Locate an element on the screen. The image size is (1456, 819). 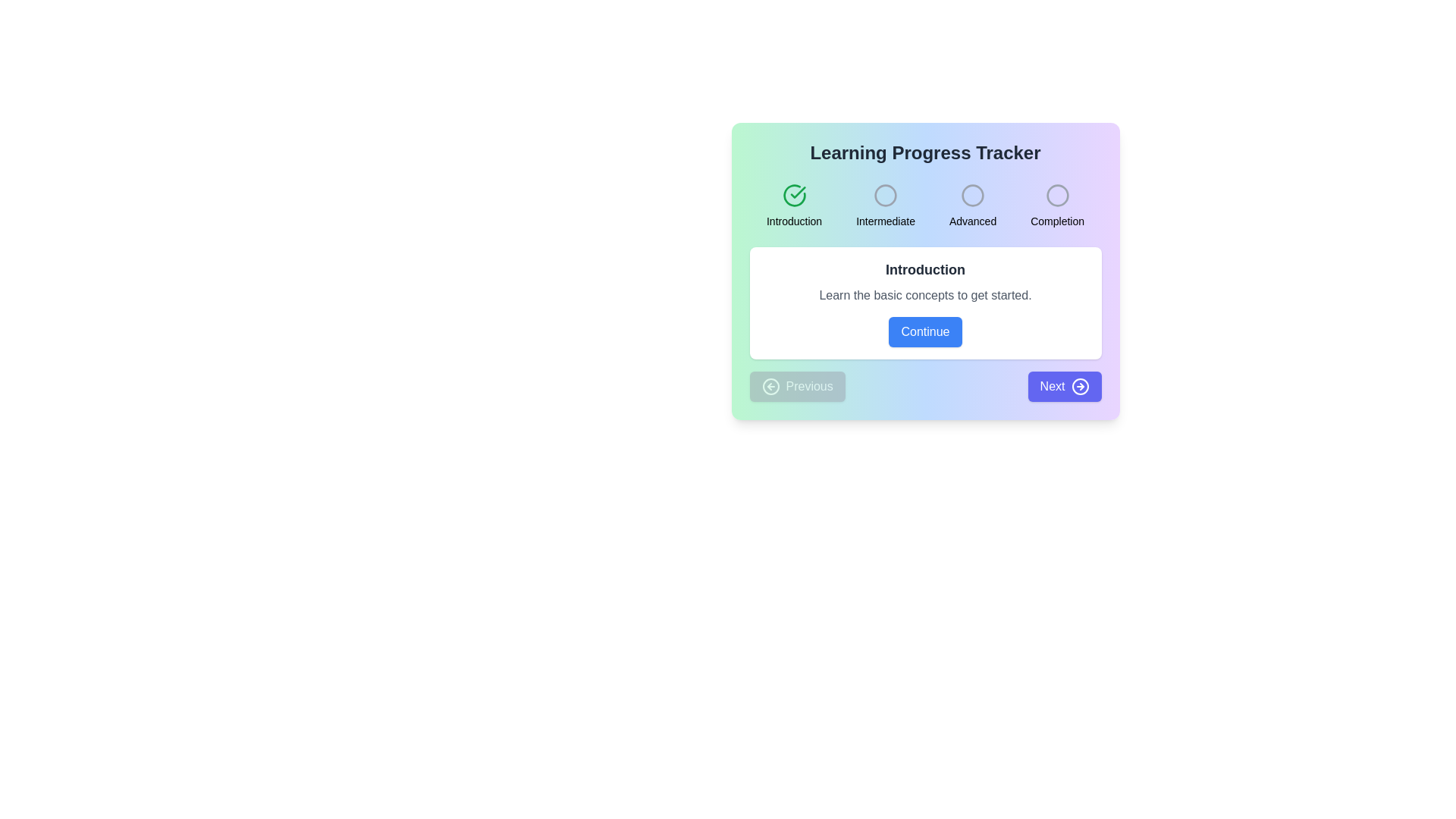
the graphical indicator labeled 'Introduction', which features a green checkmark icon and is positioned at the upper-left of a grouped interface, to read the label and identify the stage is located at coordinates (793, 206).